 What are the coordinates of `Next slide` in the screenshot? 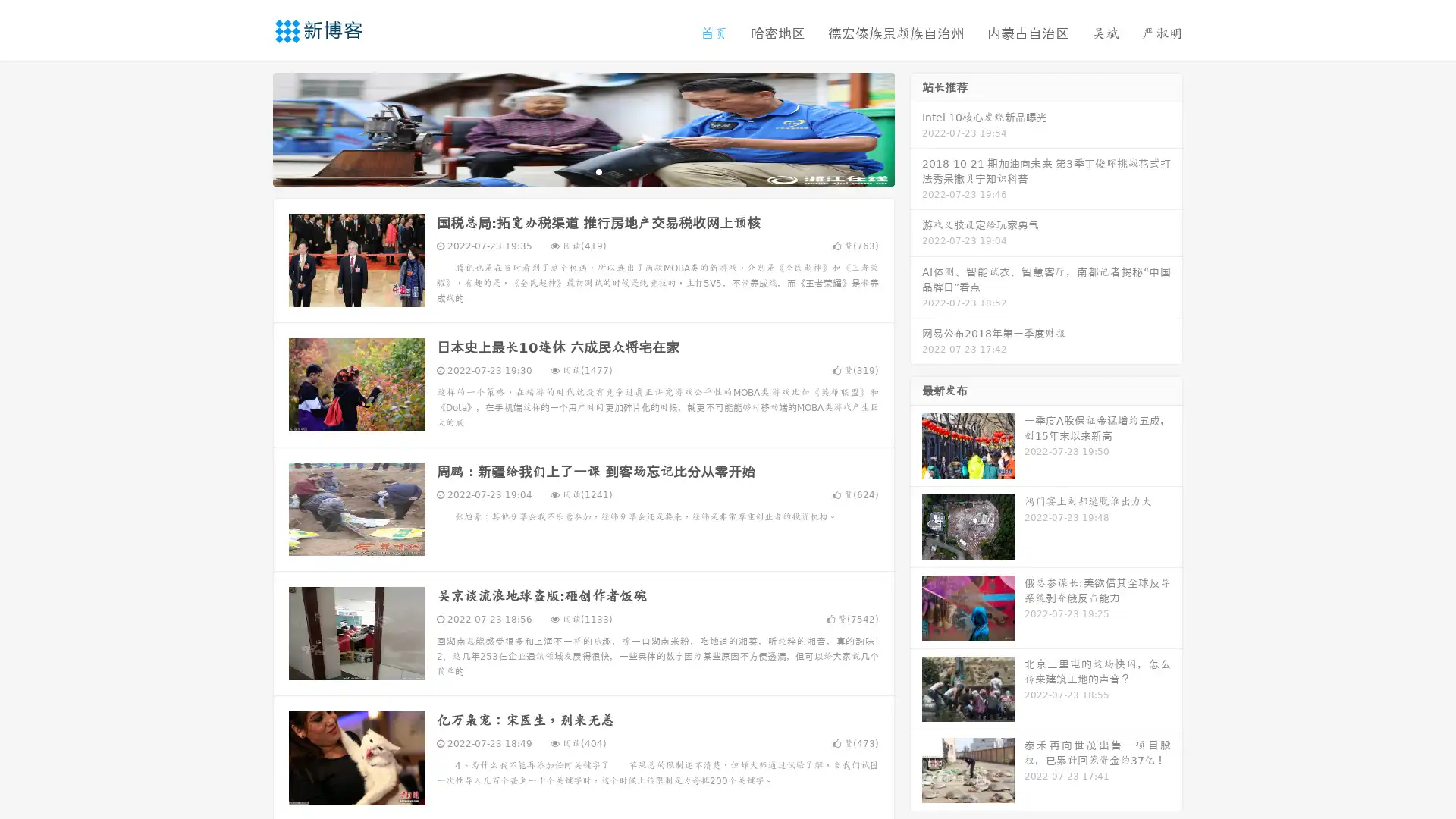 It's located at (916, 127).